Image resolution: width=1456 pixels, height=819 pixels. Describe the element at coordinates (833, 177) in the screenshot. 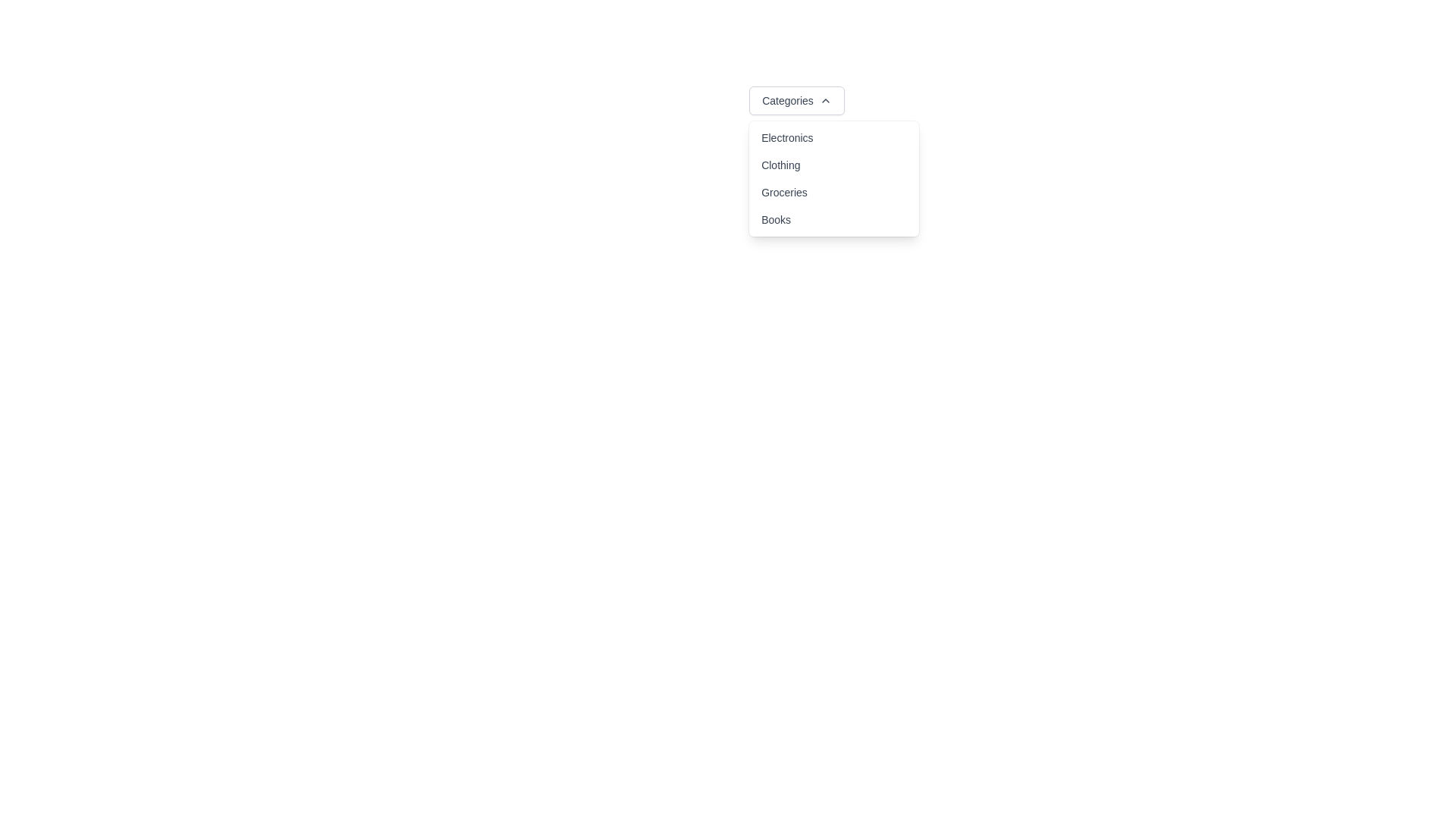

I see `the third option in the dropdown menu triggered by the 'Categories' button, which is located in the middle right portion of the menu` at that location.